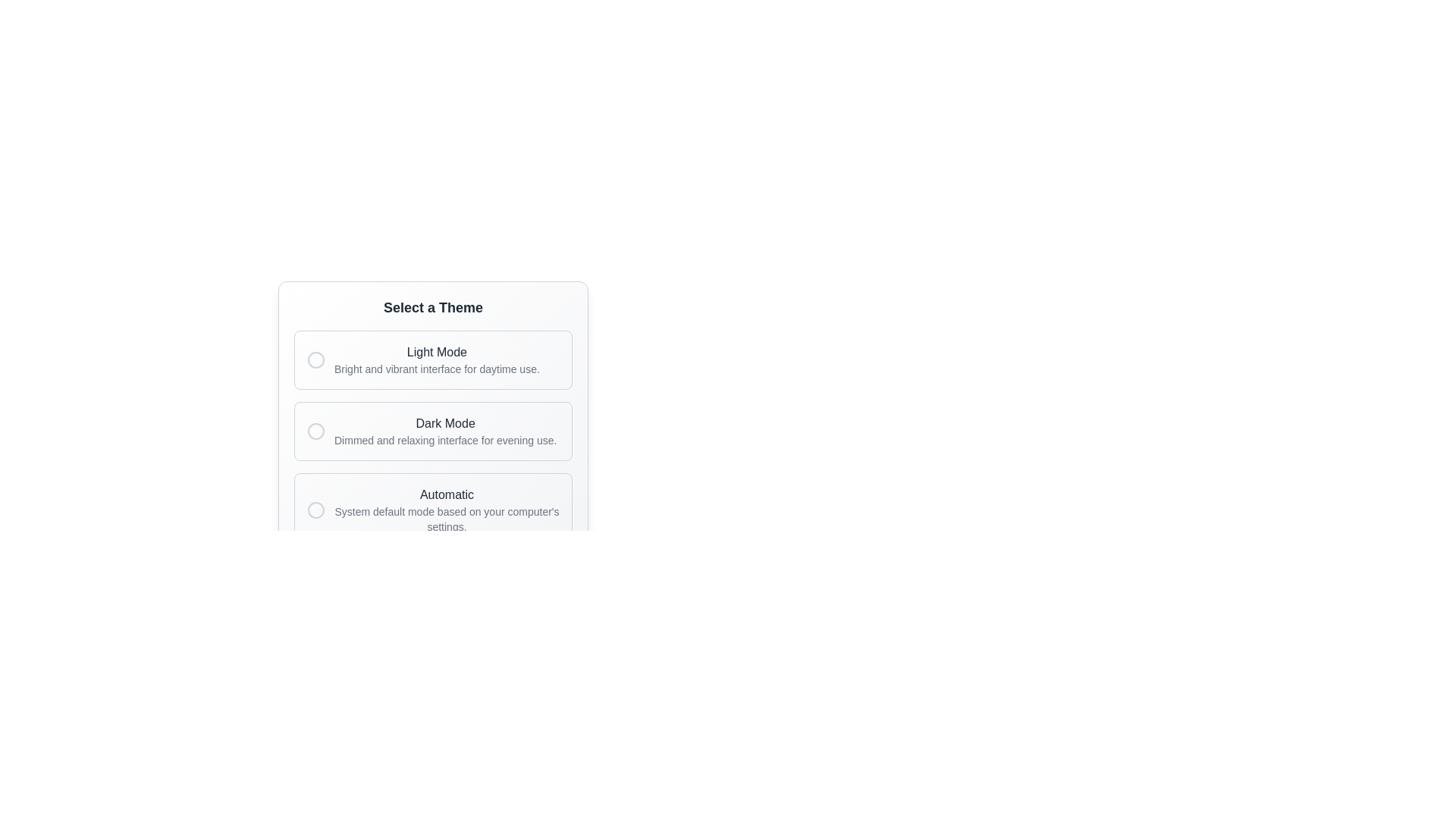 The height and width of the screenshot is (819, 1456). I want to click on the 'Light Mode' text label, which features a medium font weight and vibrant color, positioned centrally in the 'Select a Theme' options panel, so click(436, 359).